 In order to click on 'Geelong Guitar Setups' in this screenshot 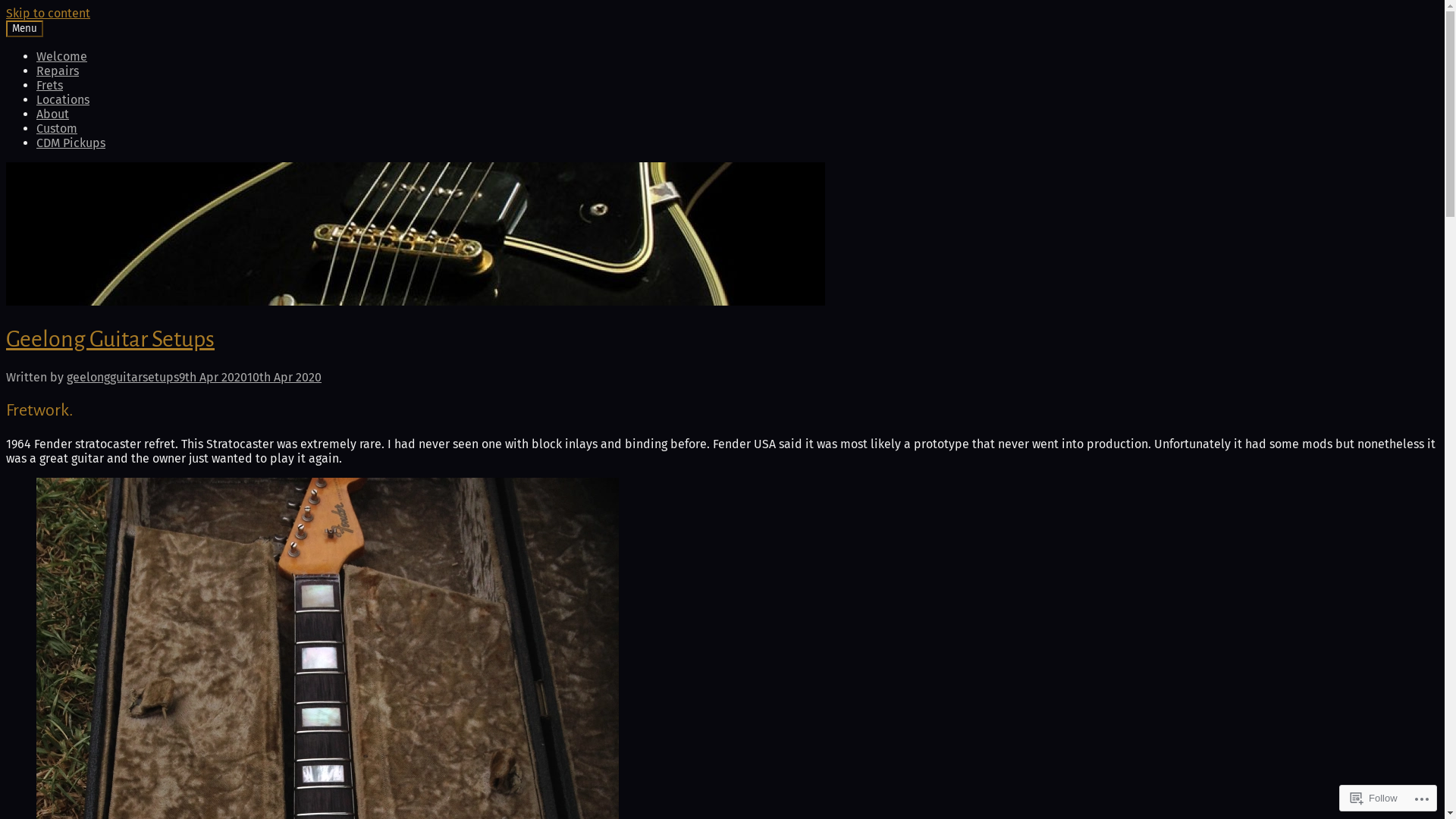, I will do `click(109, 338)`.